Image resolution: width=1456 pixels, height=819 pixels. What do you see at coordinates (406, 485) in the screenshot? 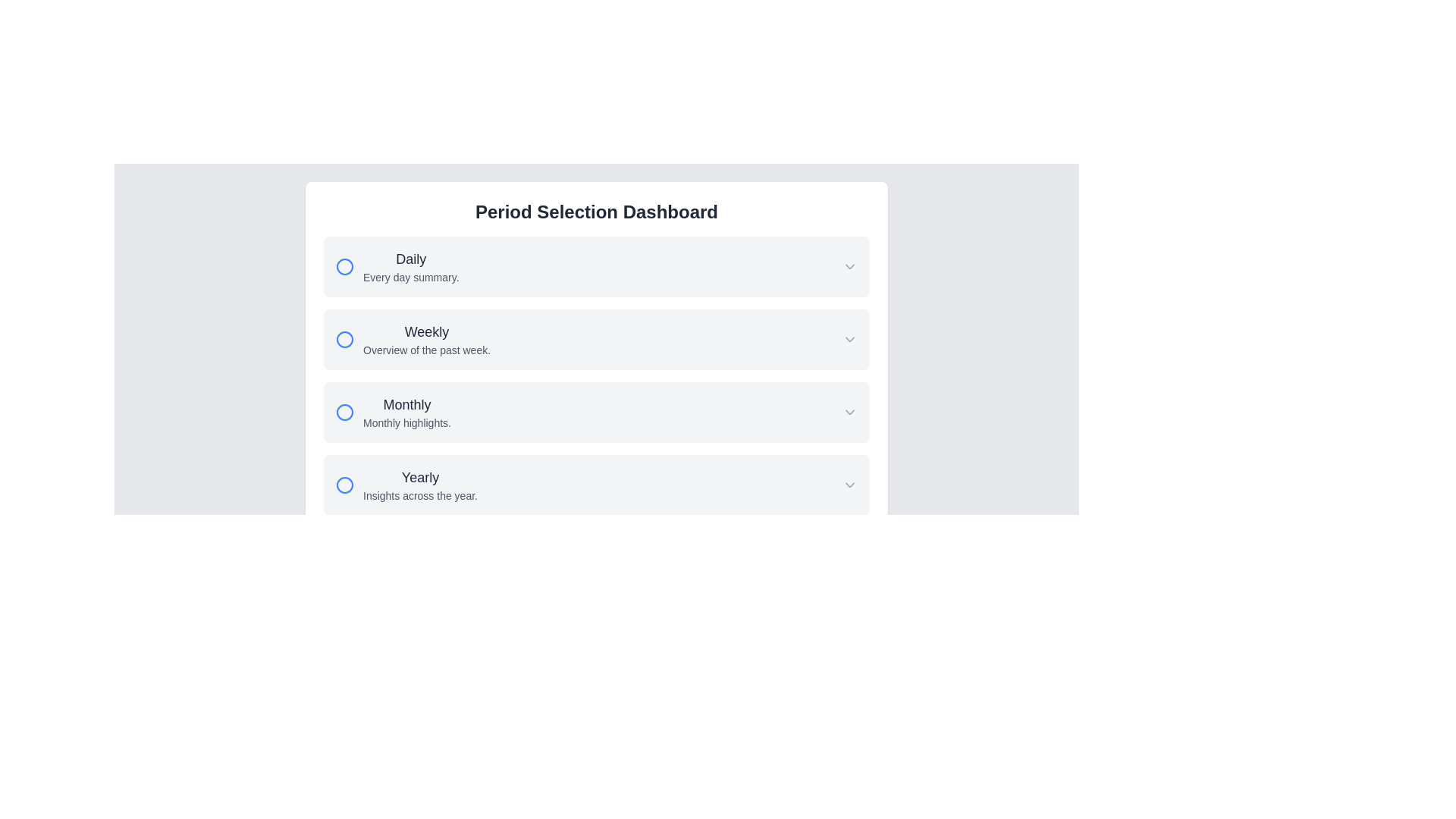
I see `the last selectable item in the vertical list of options within the 'Period Selection Dashboard'` at bounding box center [406, 485].